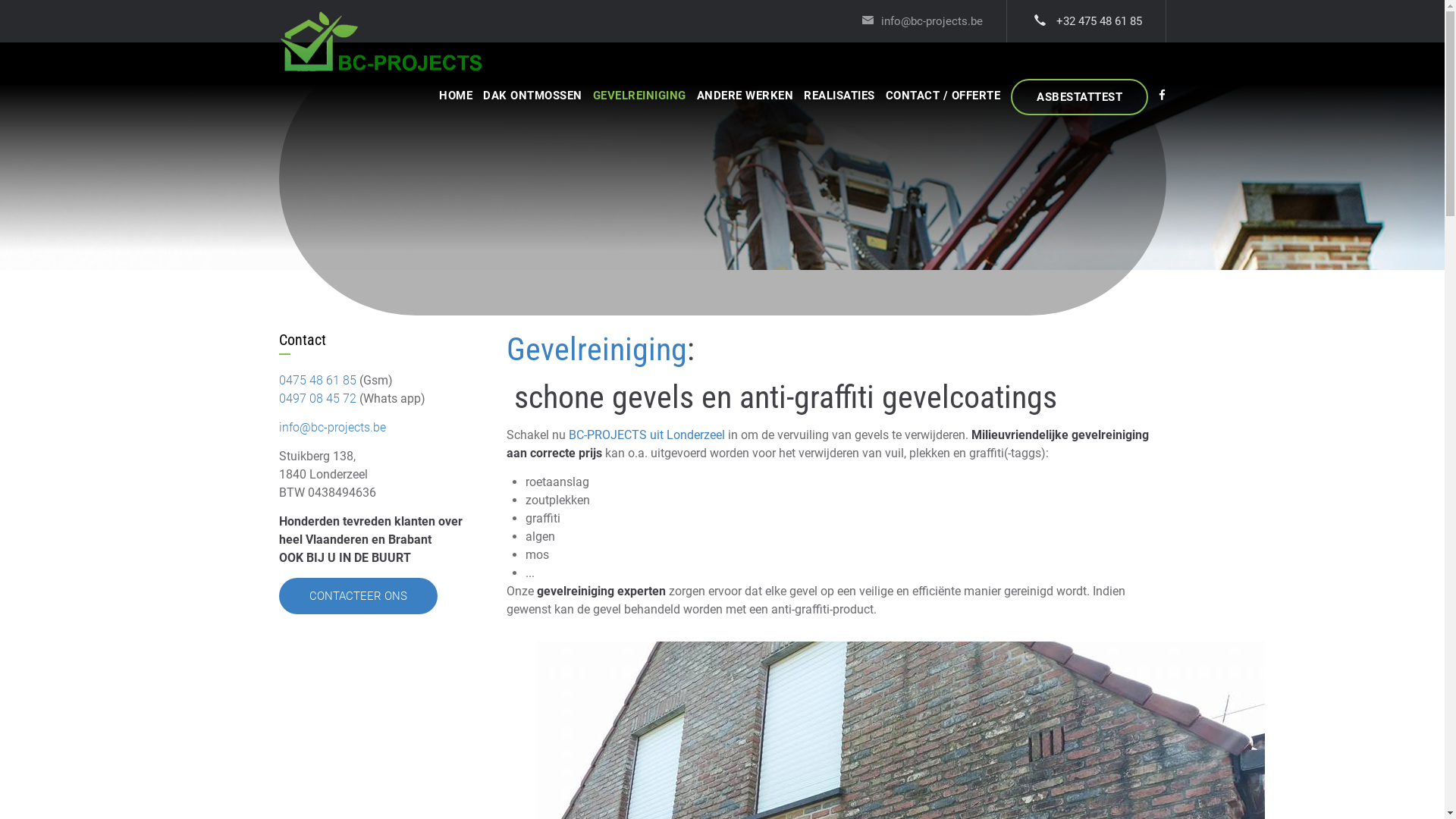 The height and width of the screenshot is (819, 1456). I want to click on '+32 475 48 61 85', so click(1033, 20).